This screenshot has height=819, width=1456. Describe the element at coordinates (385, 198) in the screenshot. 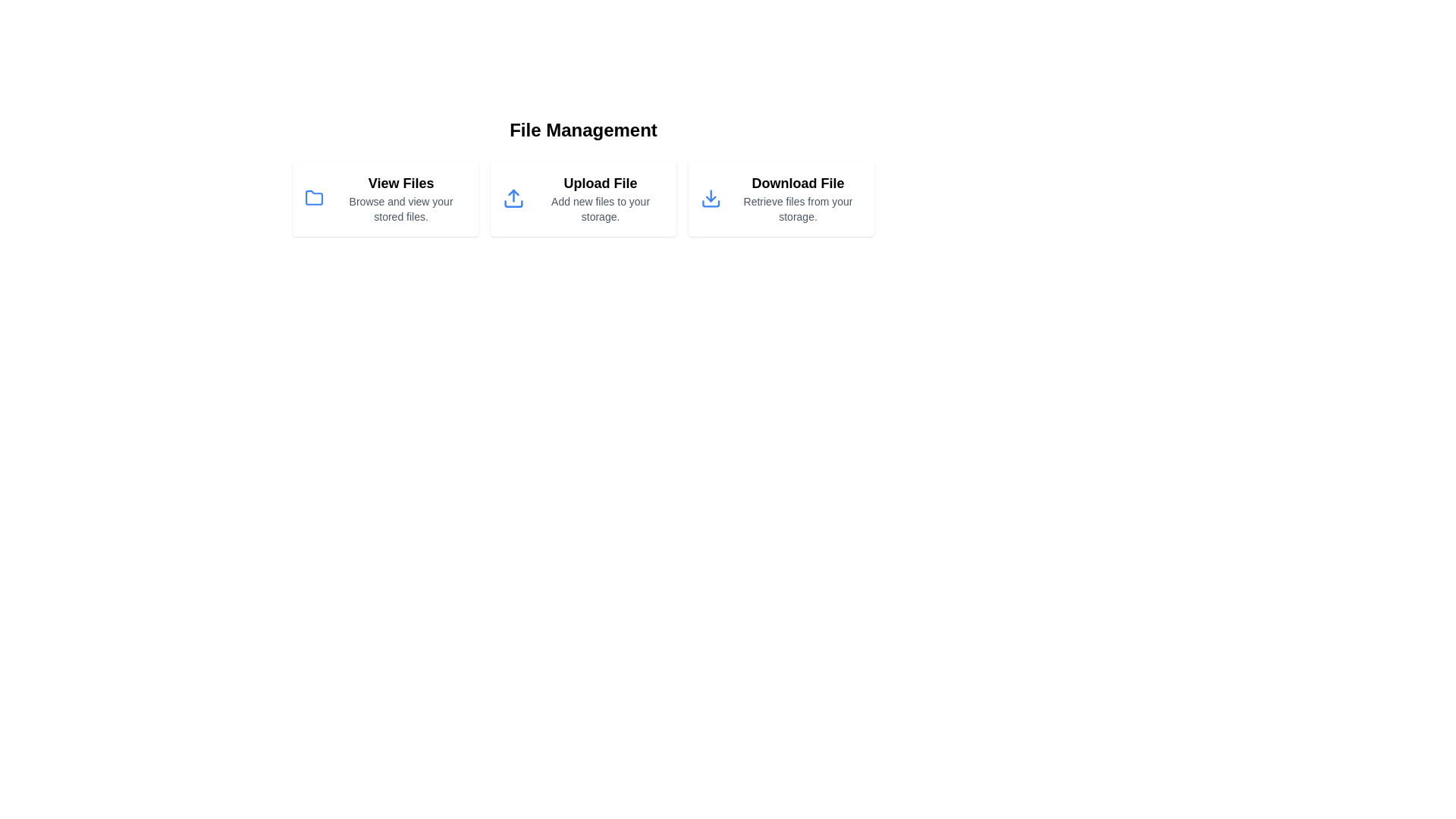

I see `the Interactive Card, which is the first card in a row of three, providing access` at that location.